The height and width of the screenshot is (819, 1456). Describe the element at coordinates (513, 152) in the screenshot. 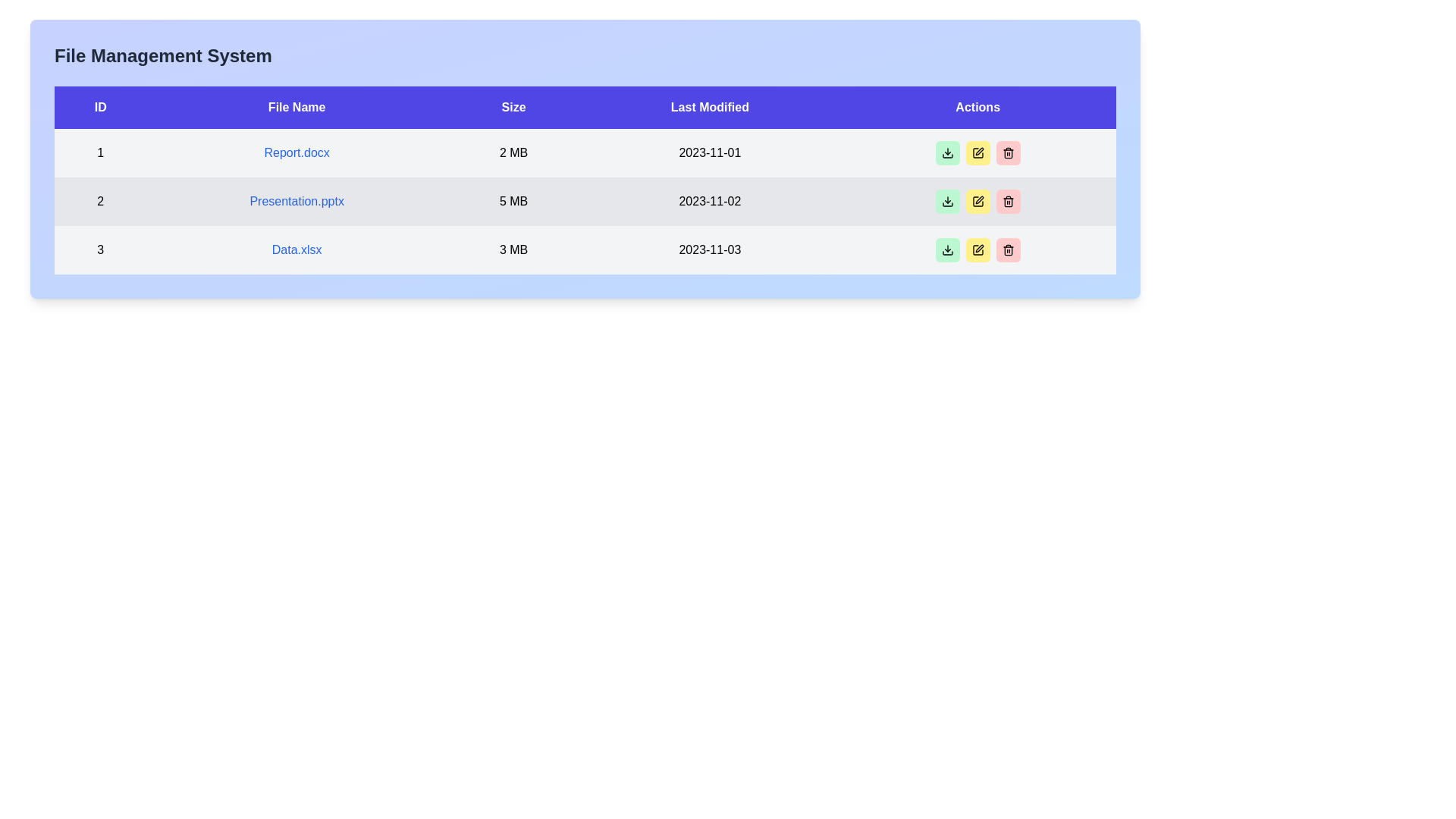

I see `the 'Size' column text display showing the file size of 'Report.docx' which indicates 2 megabytes` at that location.